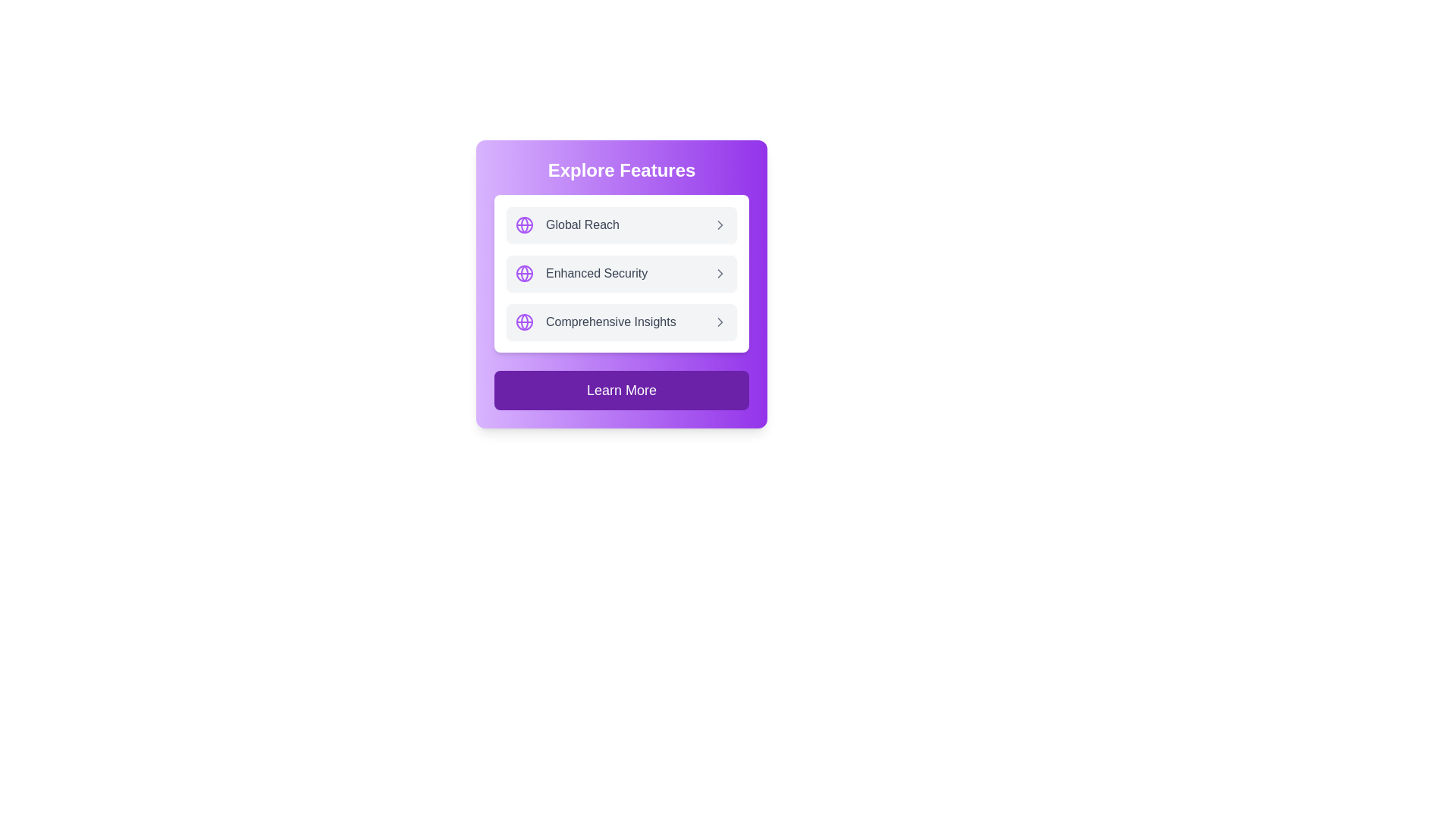 This screenshot has width=1456, height=819. Describe the element at coordinates (720, 225) in the screenshot. I see `the navigational icon associated with the 'Global Reach' label` at that location.